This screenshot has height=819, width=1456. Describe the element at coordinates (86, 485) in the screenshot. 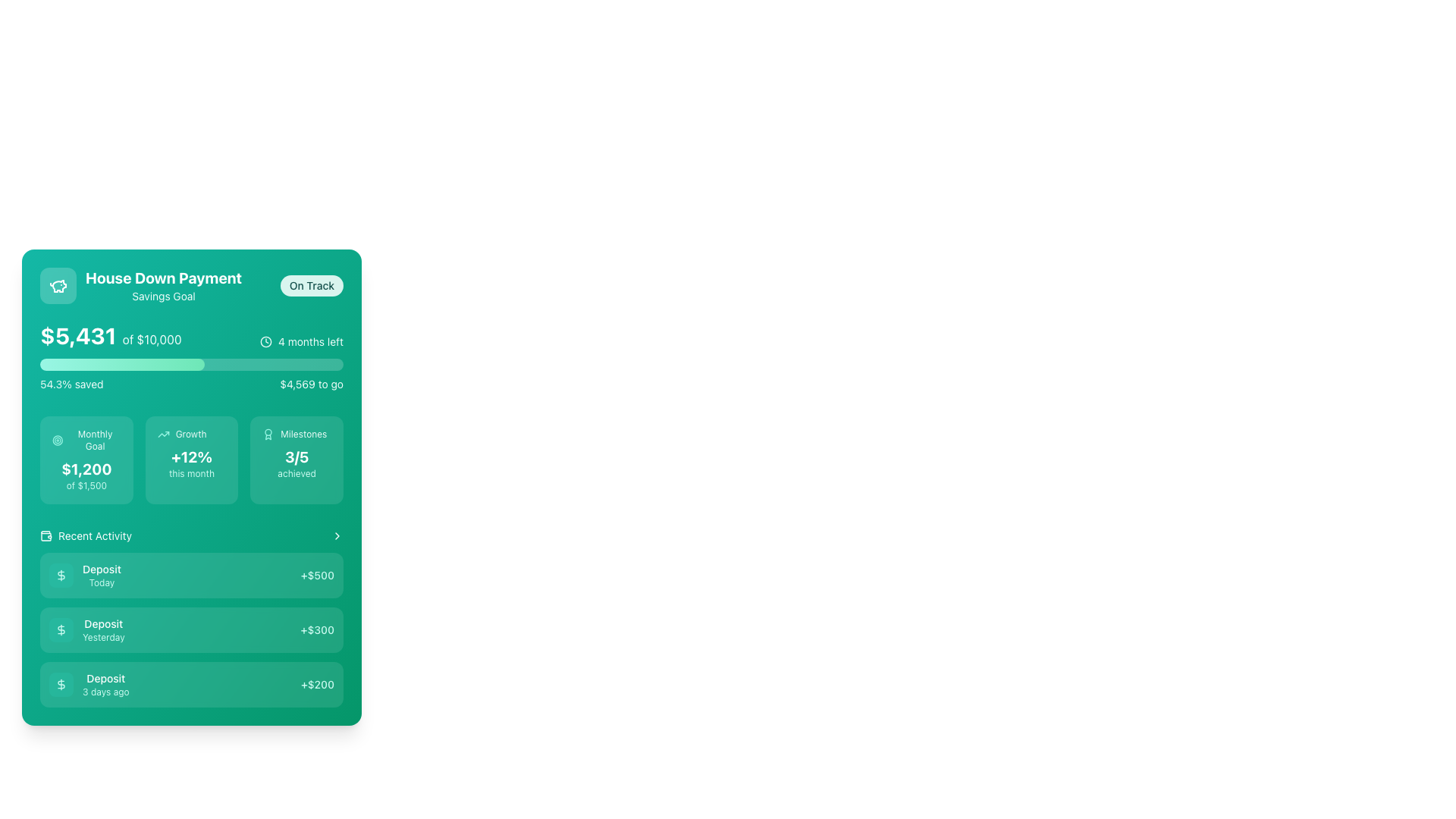

I see `the text label indicating the total goal amount beneath the '$1,200' text within the 'Monthly Goal' section` at that location.